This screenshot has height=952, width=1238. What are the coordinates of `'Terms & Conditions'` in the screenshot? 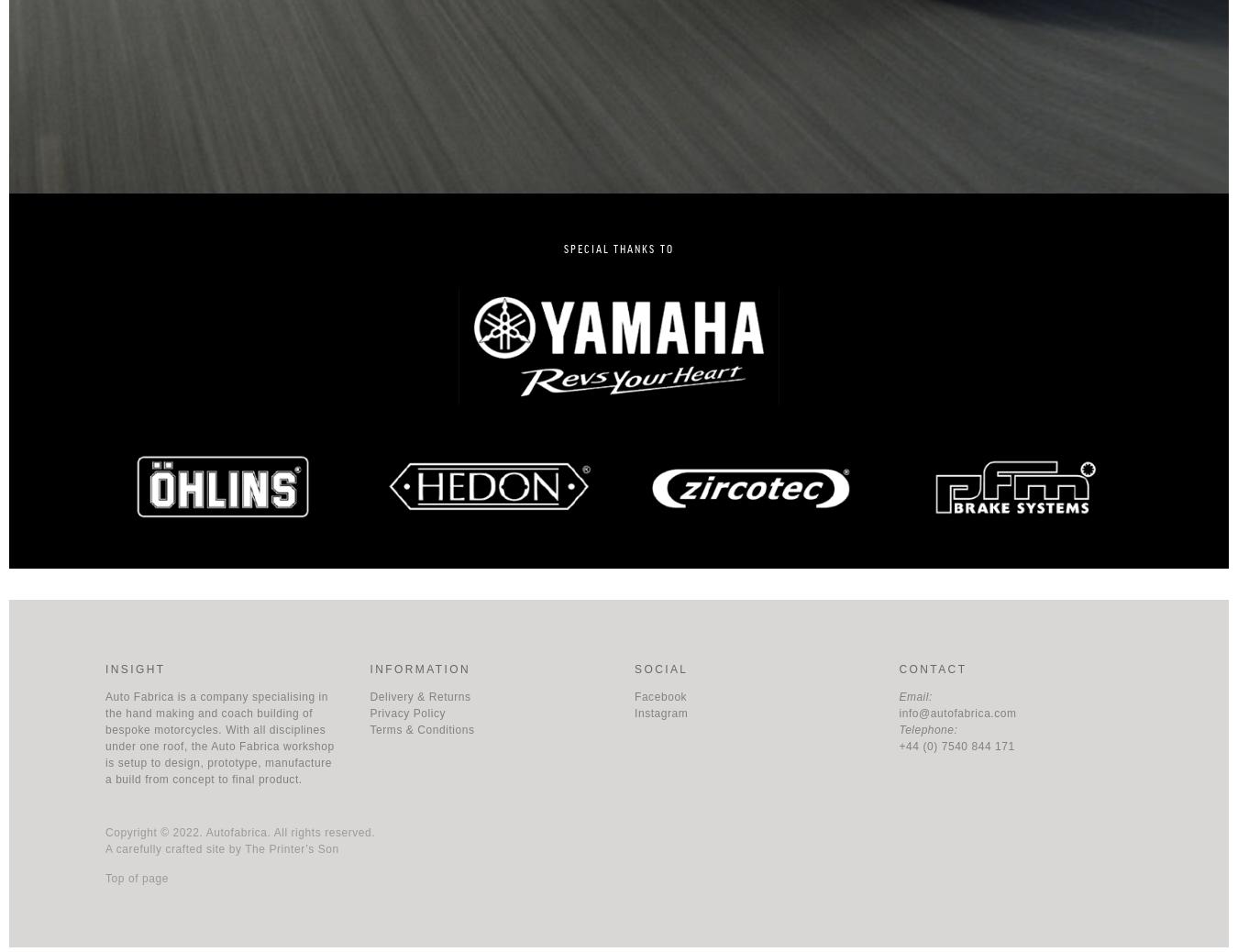 It's located at (420, 729).